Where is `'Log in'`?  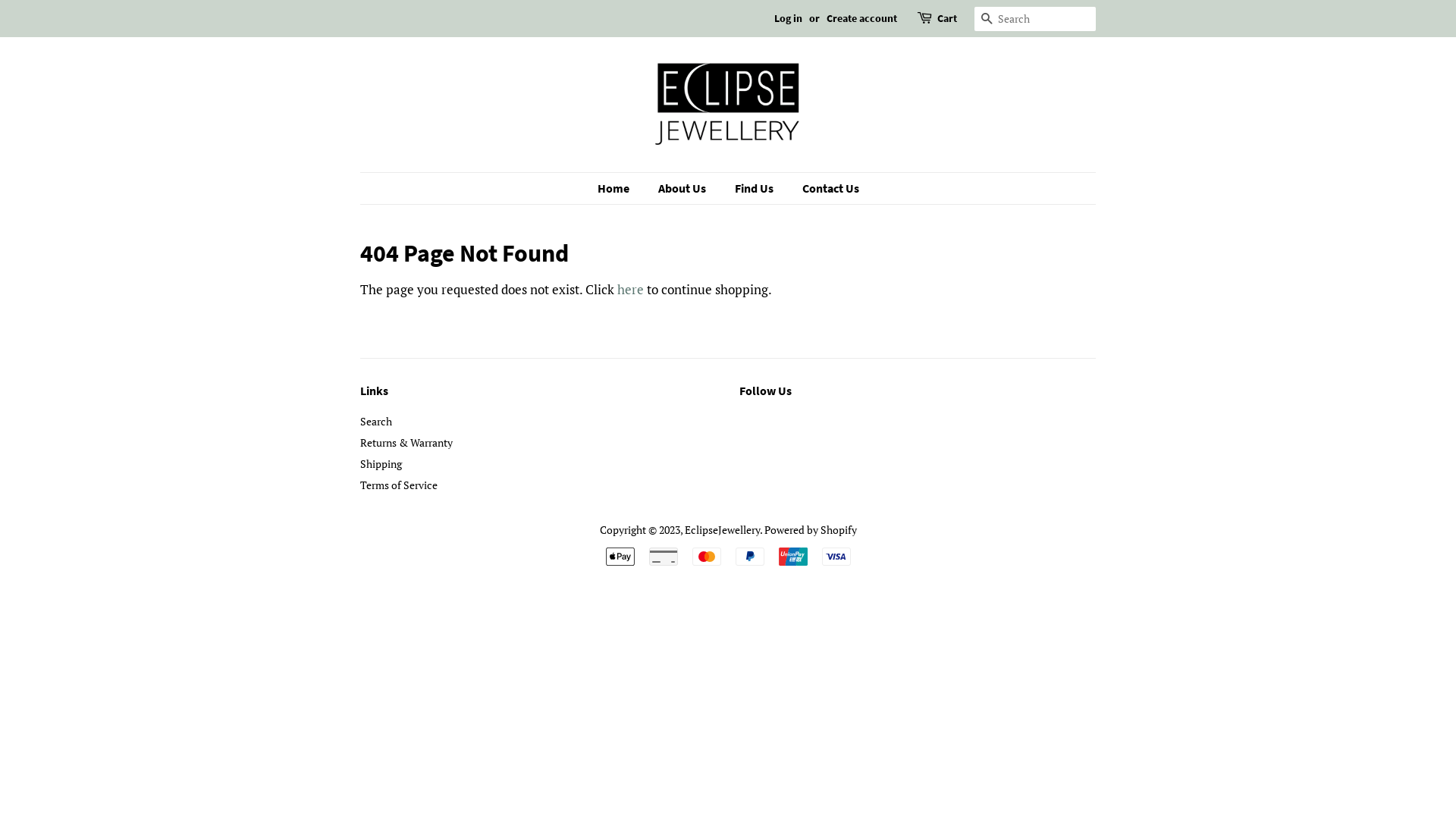 'Log in' is located at coordinates (788, 17).